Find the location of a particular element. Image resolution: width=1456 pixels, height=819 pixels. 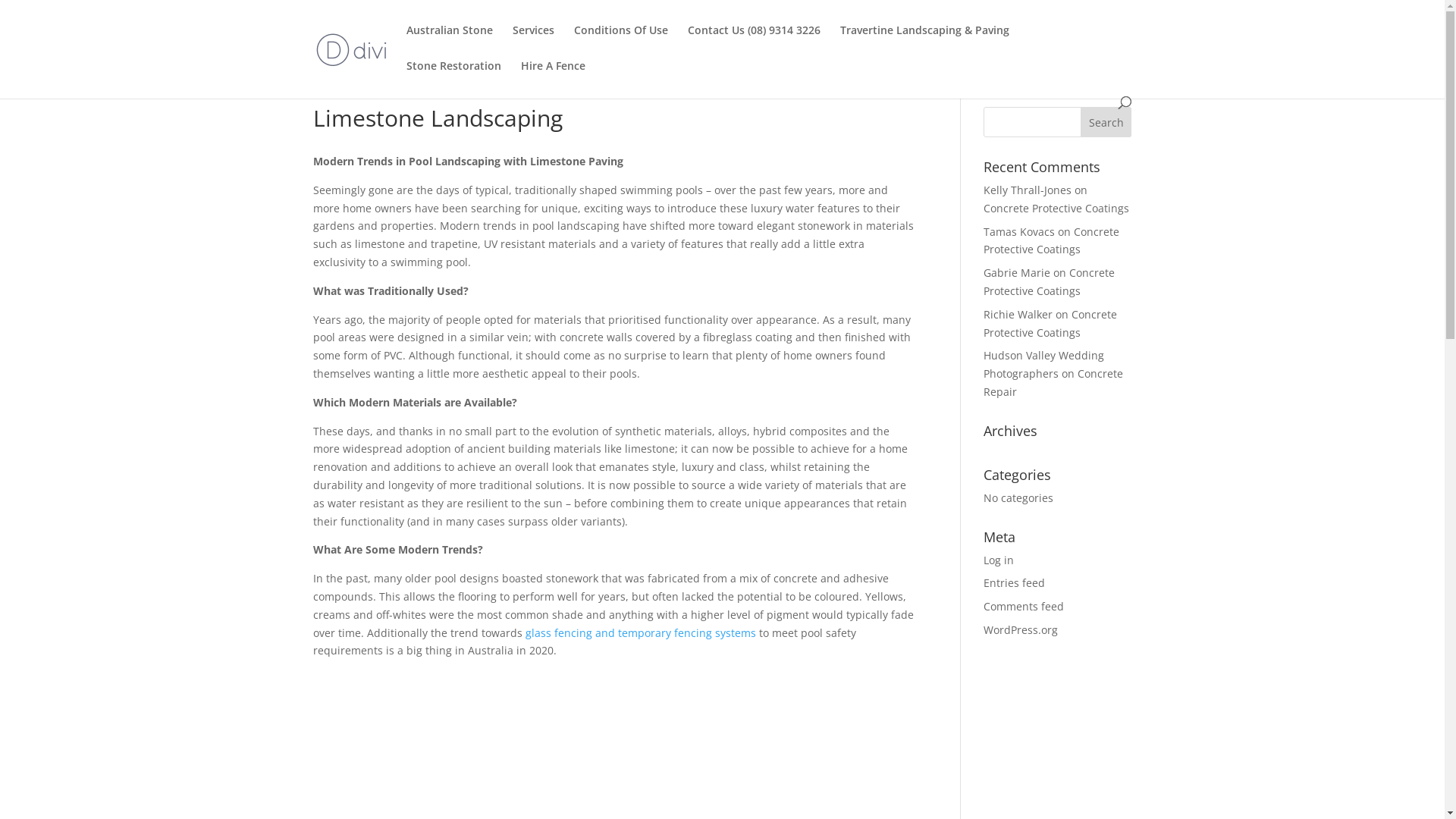

'Hire A Fence' is located at coordinates (551, 78).